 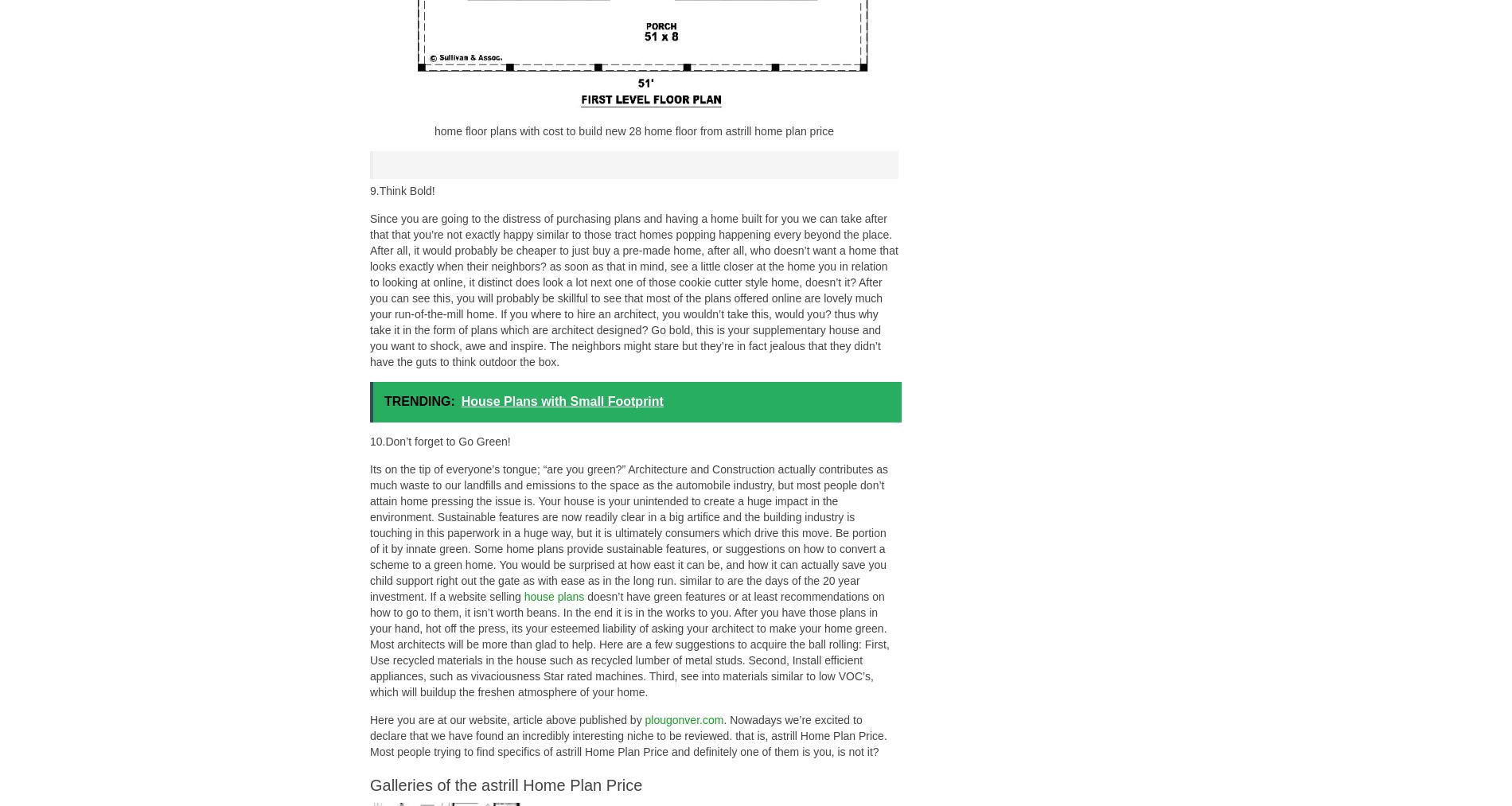 What do you see at coordinates (435, 131) in the screenshot?
I see `'home floor plans with cost to build new 28 home floor from astrill home plan price'` at bounding box center [435, 131].